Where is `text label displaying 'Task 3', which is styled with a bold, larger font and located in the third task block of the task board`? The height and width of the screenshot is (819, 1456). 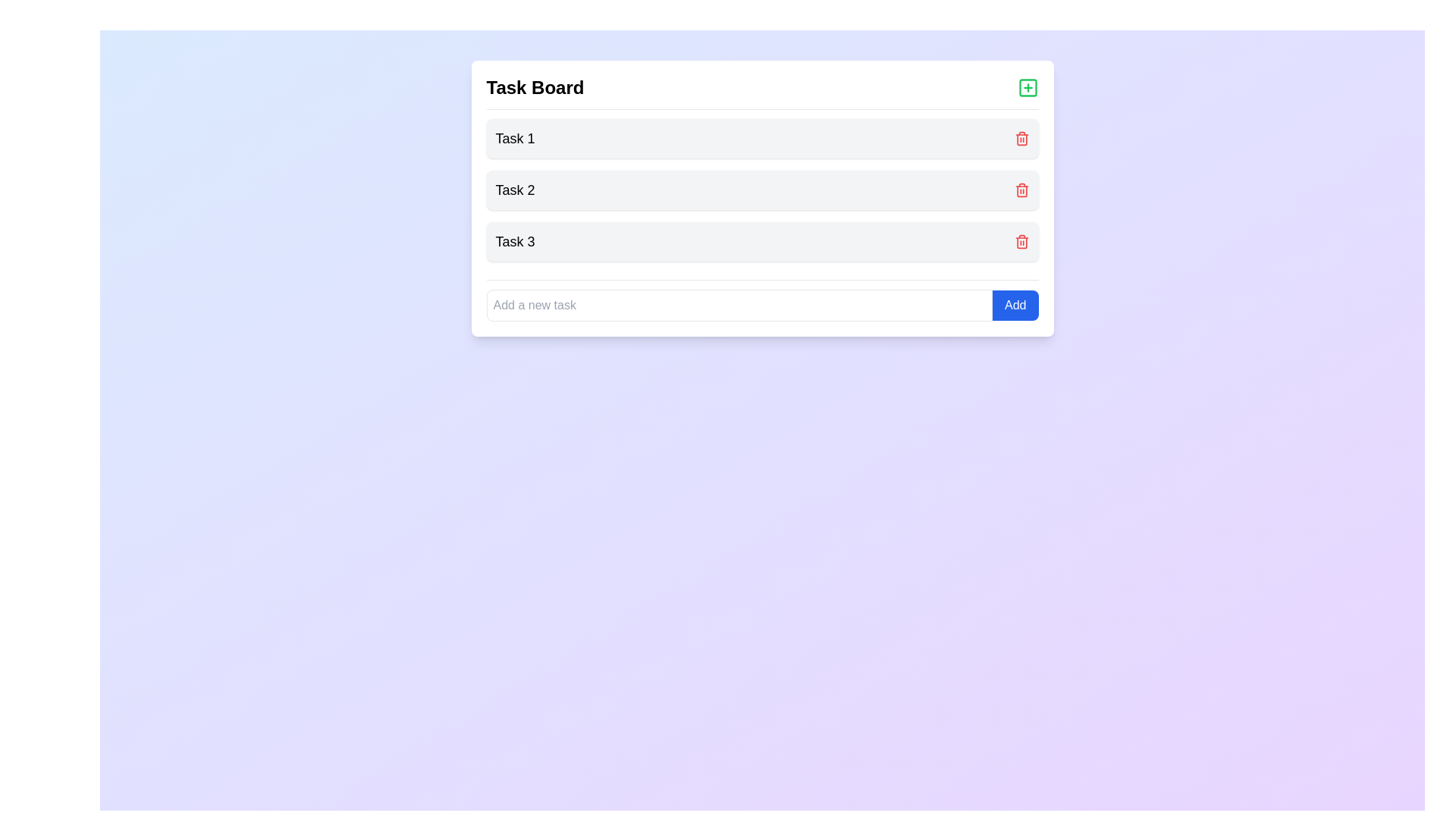
text label displaying 'Task 3', which is styled with a bold, larger font and located in the third task block of the task board is located at coordinates (515, 241).